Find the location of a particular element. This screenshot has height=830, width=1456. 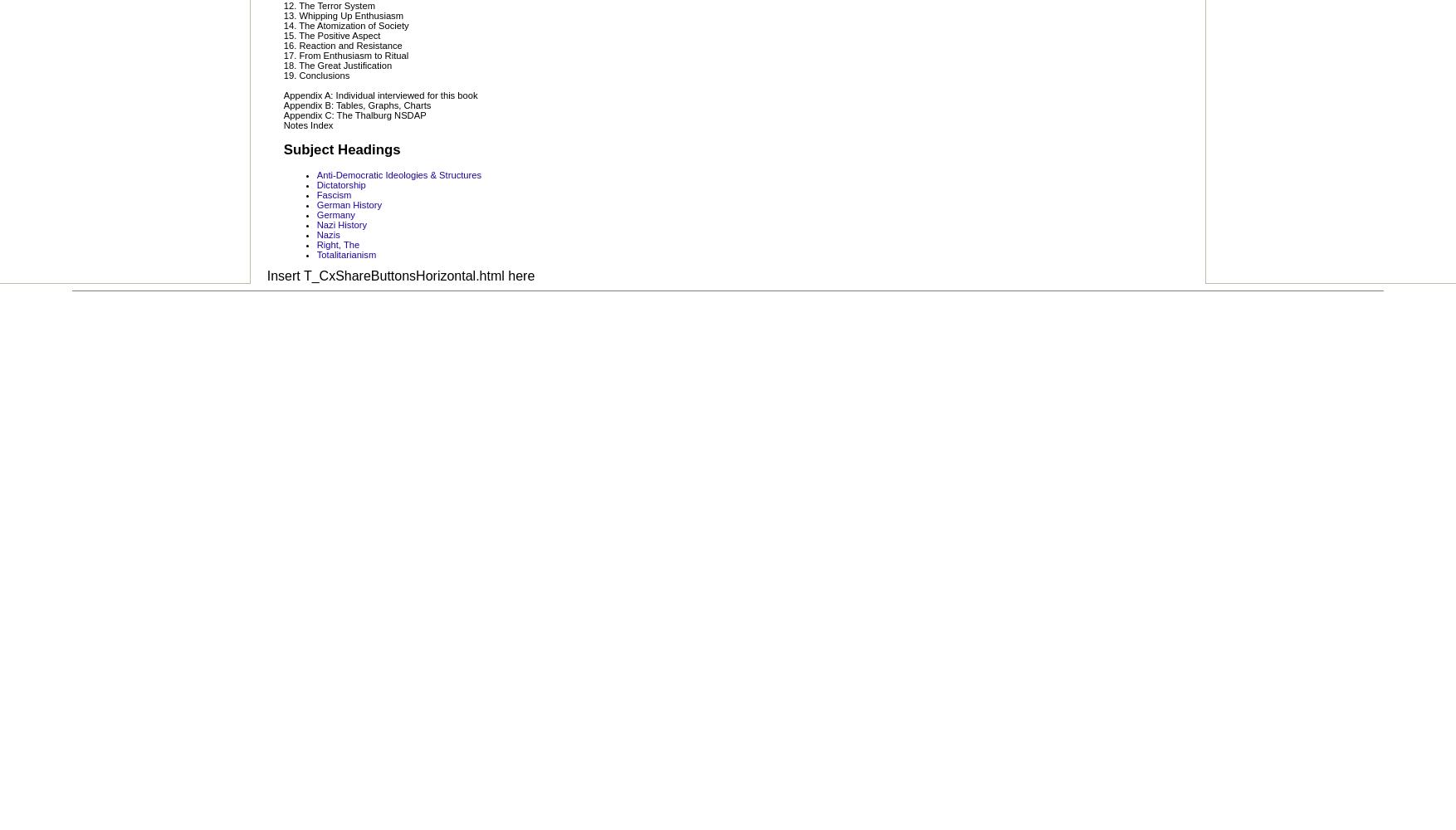

'Nazi History' is located at coordinates (341, 224).